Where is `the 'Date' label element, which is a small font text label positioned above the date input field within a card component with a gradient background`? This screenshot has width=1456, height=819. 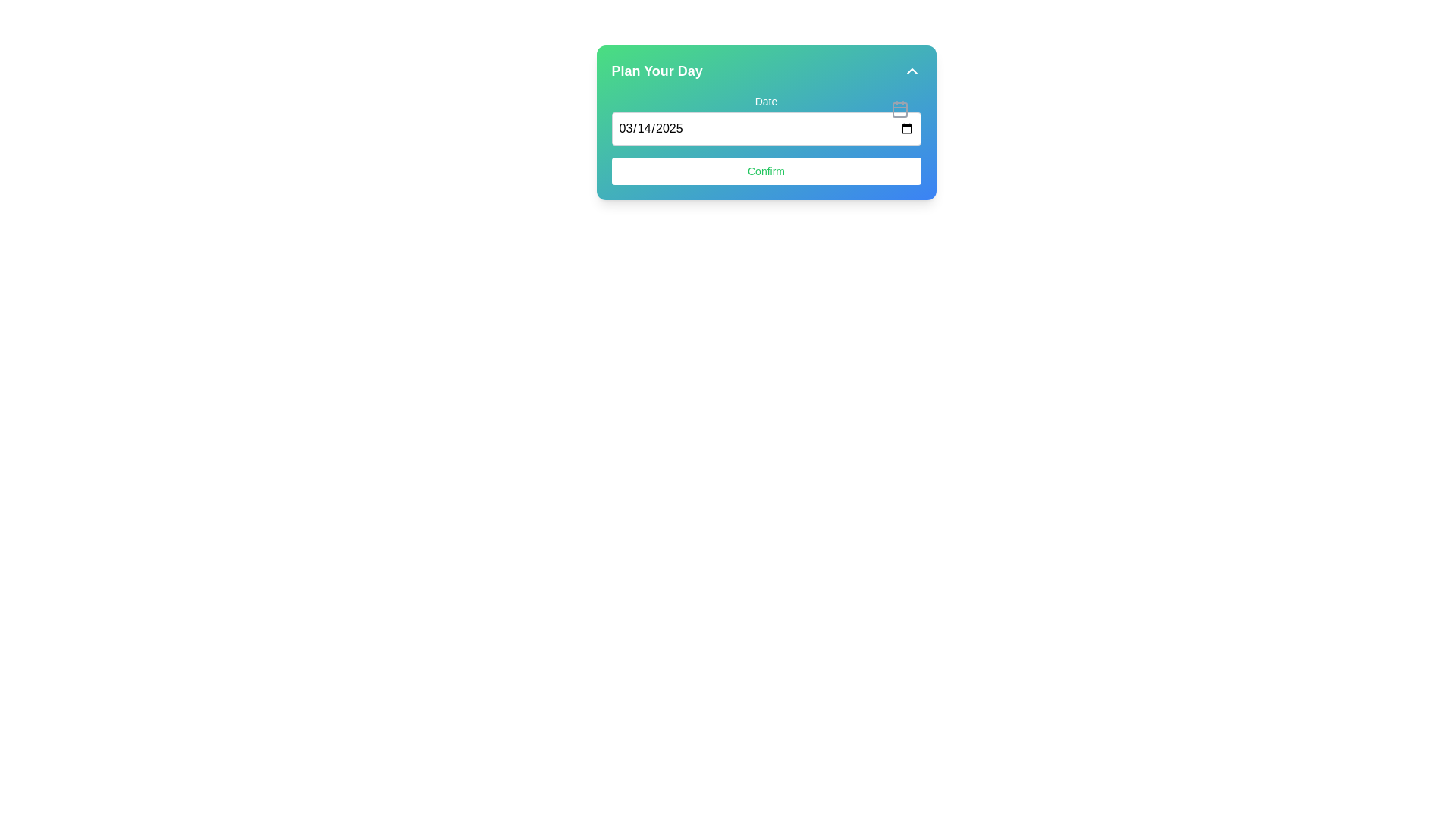
the 'Date' label element, which is a small font text label positioned above the date input field within a card component with a gradient background is located at coordinates (766, 102).